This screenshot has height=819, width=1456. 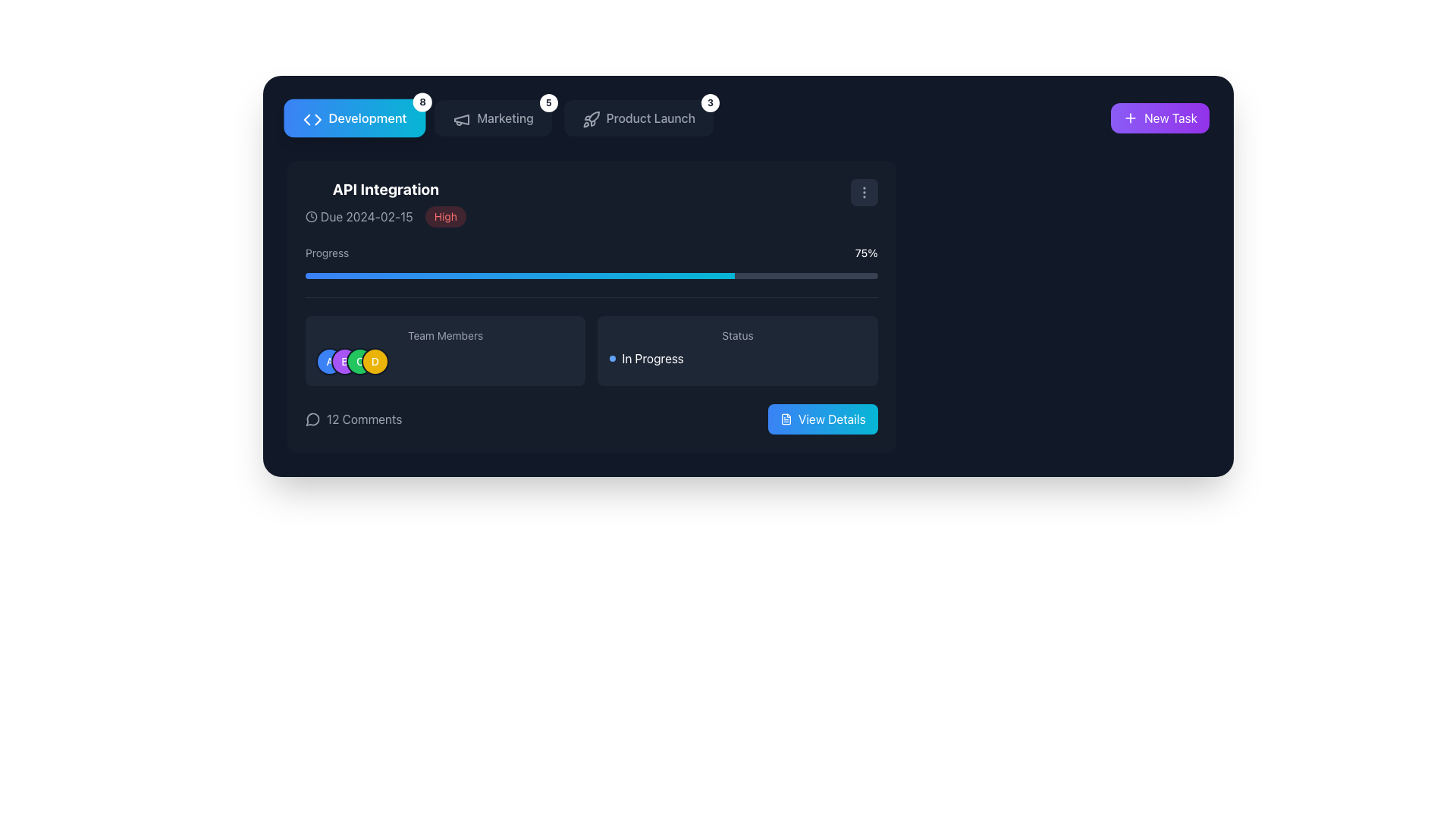 I want to click on the 'Marketing' button, which is the second button in a row of three, so click(x=493, y=117).